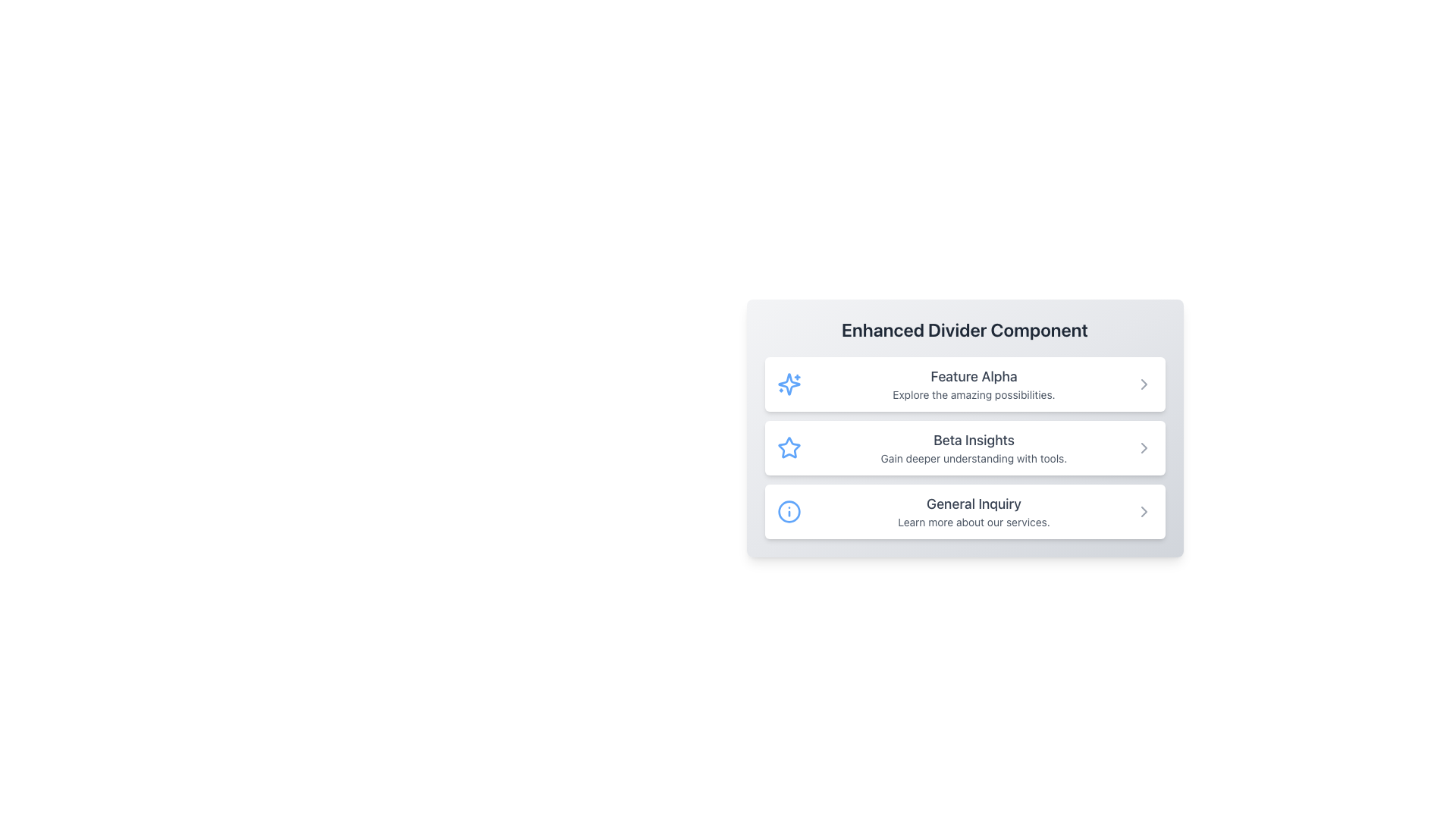 The height and width of the screenshot is (819, 1456). Describe the element at coordinates (1144, 447) in the screenshot. I see `the right-pointing chevron icon with gray color and circular edges located at the far right of the 'Beta Insights' section` at that location.